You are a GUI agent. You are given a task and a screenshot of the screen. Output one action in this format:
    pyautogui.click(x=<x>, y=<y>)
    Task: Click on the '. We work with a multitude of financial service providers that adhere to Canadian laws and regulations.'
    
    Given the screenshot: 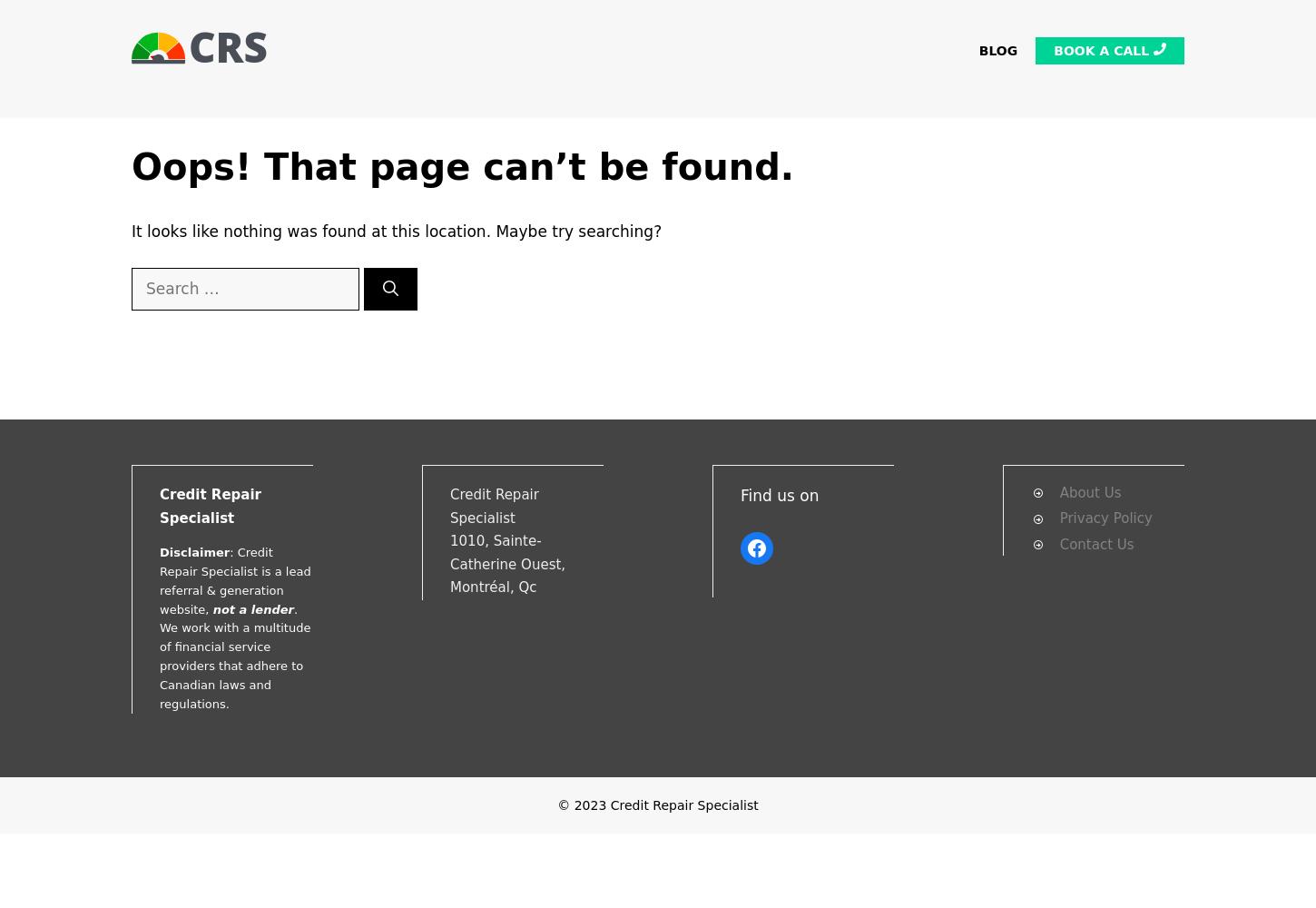 What is the action you would take?
    pyautogui.click(x=234, y=655)
    